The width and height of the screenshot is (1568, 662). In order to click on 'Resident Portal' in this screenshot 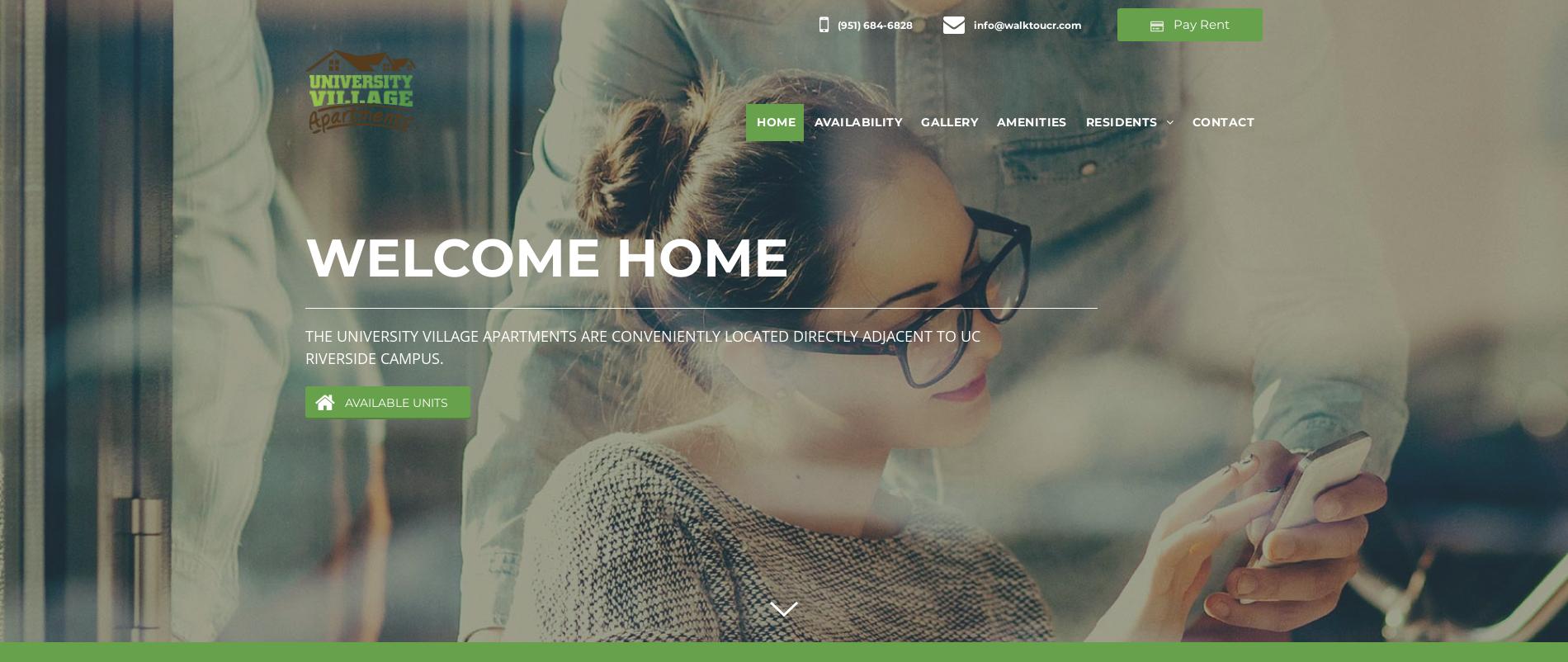, I will do `click(1136, 147)`.